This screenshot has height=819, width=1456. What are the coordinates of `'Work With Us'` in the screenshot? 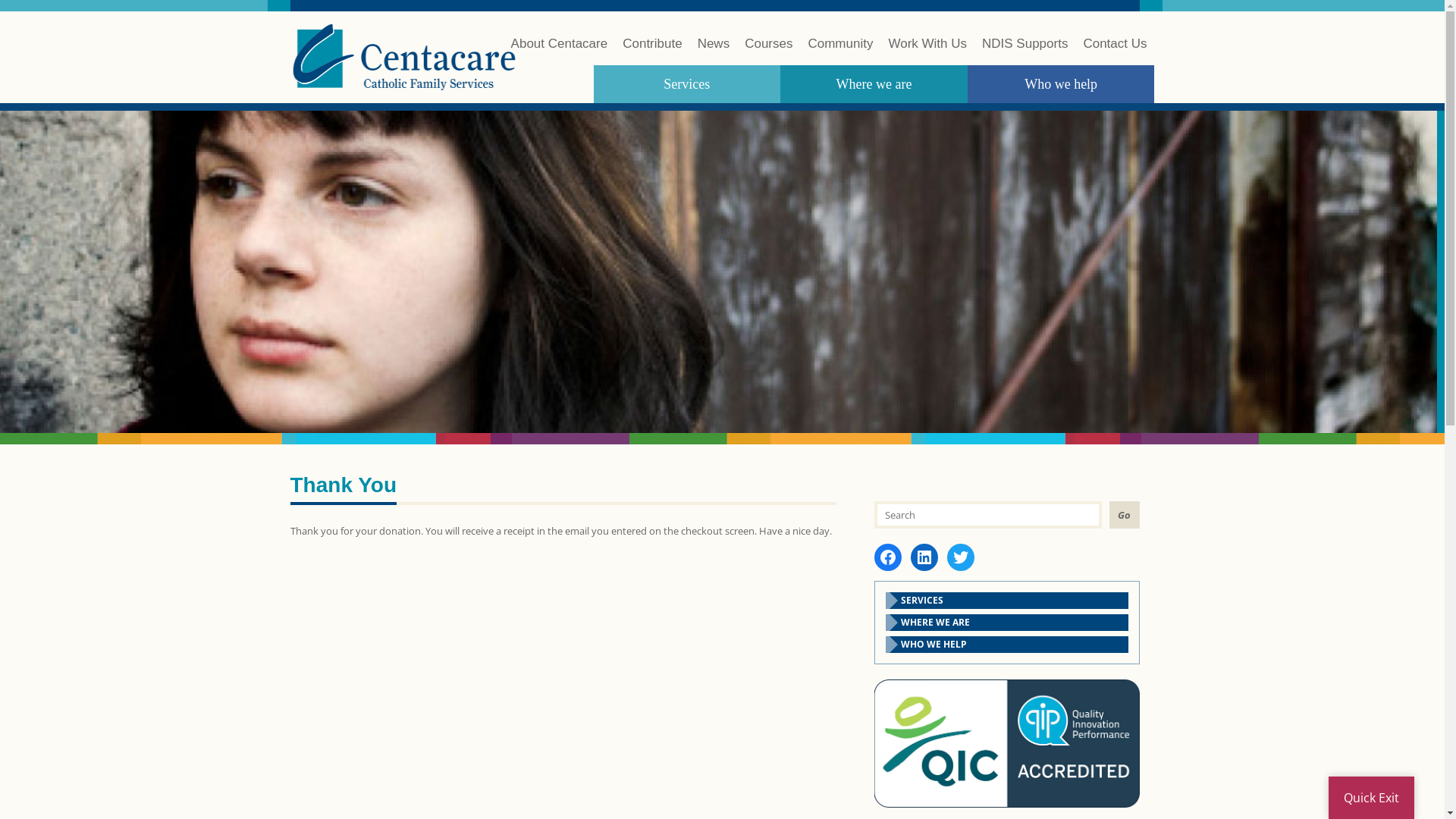 It's located at (927, 50).